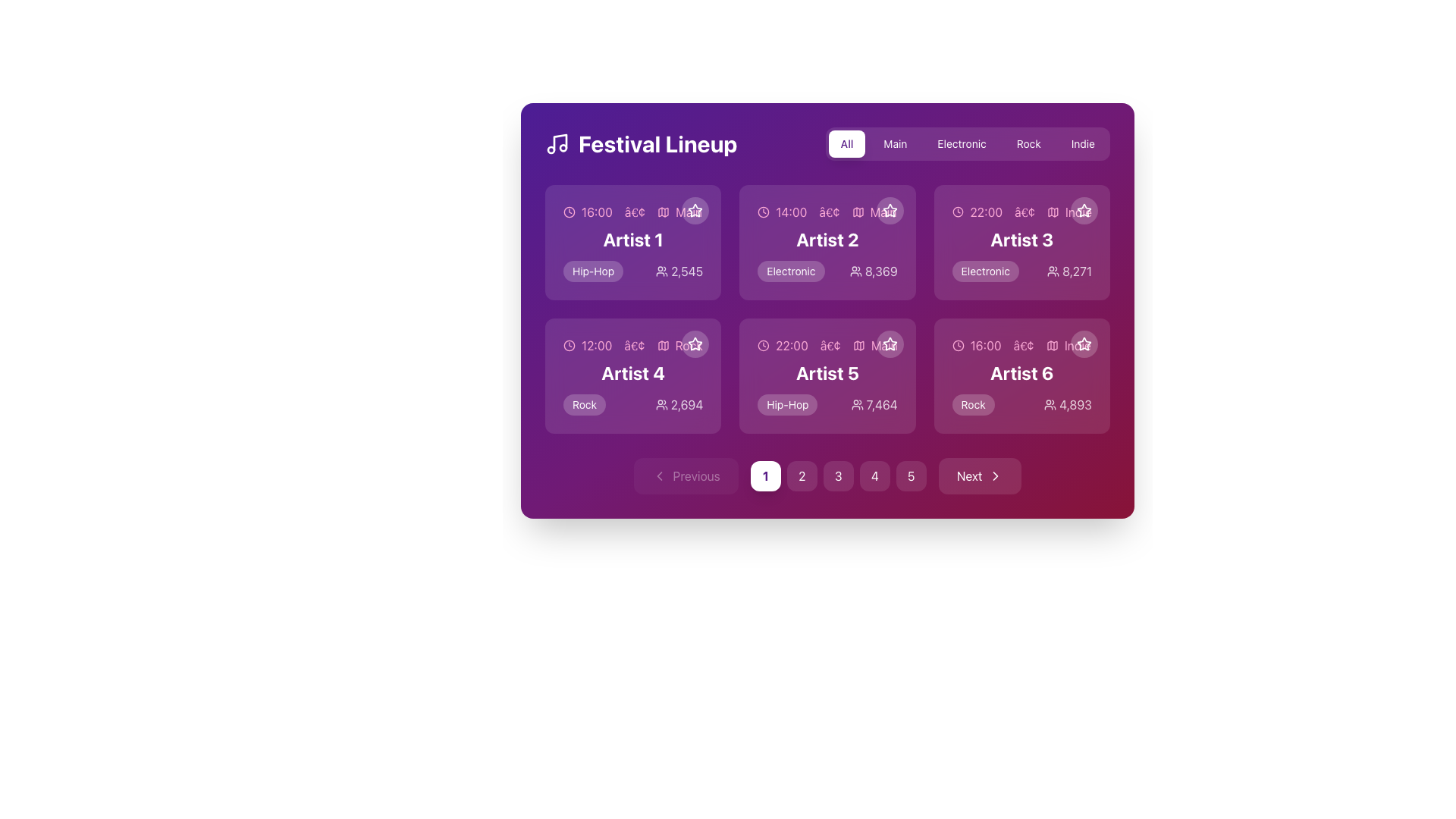  Describe the element at coordinates (663, 345) in the screenshot. I see `the map icon that indicates directions related to 'Artist 4's performance location, located in the bottom-left quadrant of the interface, specifically in the second row, first column, following the clock icon` at that location.